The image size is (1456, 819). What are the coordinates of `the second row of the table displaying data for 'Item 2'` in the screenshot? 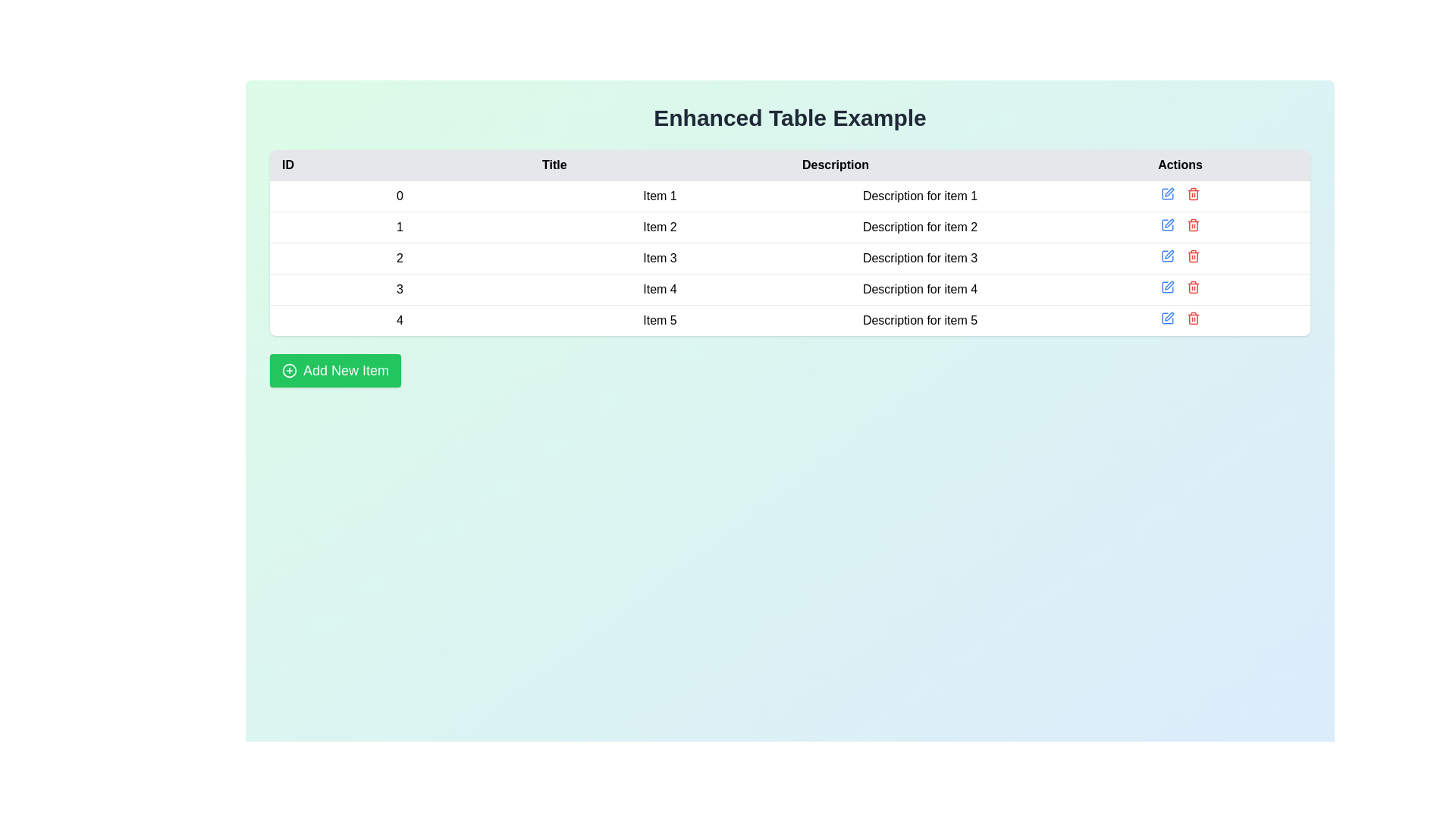 It's located at (789, 227).